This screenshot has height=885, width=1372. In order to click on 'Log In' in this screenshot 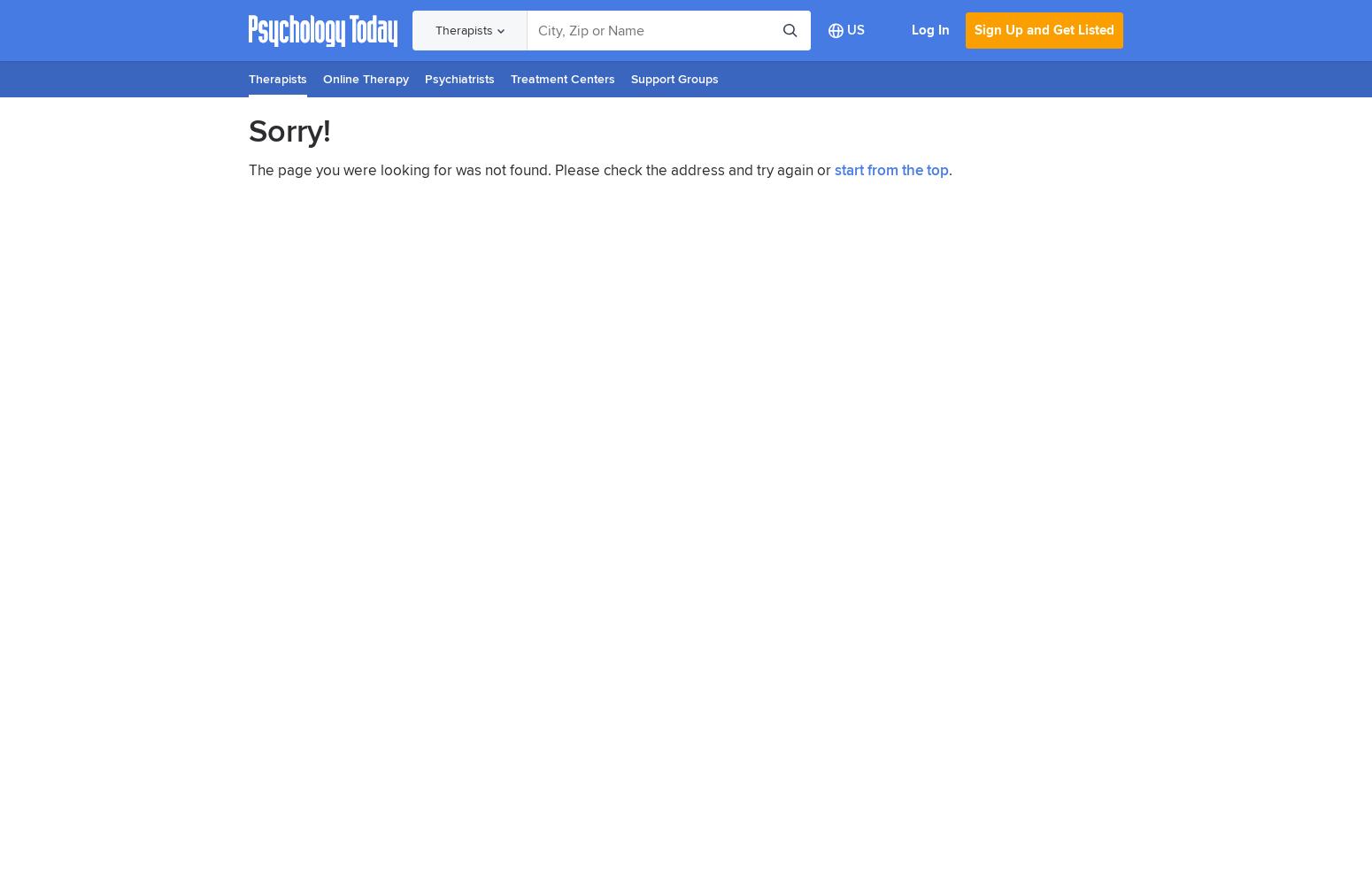, I will do `click(930, 30)`.